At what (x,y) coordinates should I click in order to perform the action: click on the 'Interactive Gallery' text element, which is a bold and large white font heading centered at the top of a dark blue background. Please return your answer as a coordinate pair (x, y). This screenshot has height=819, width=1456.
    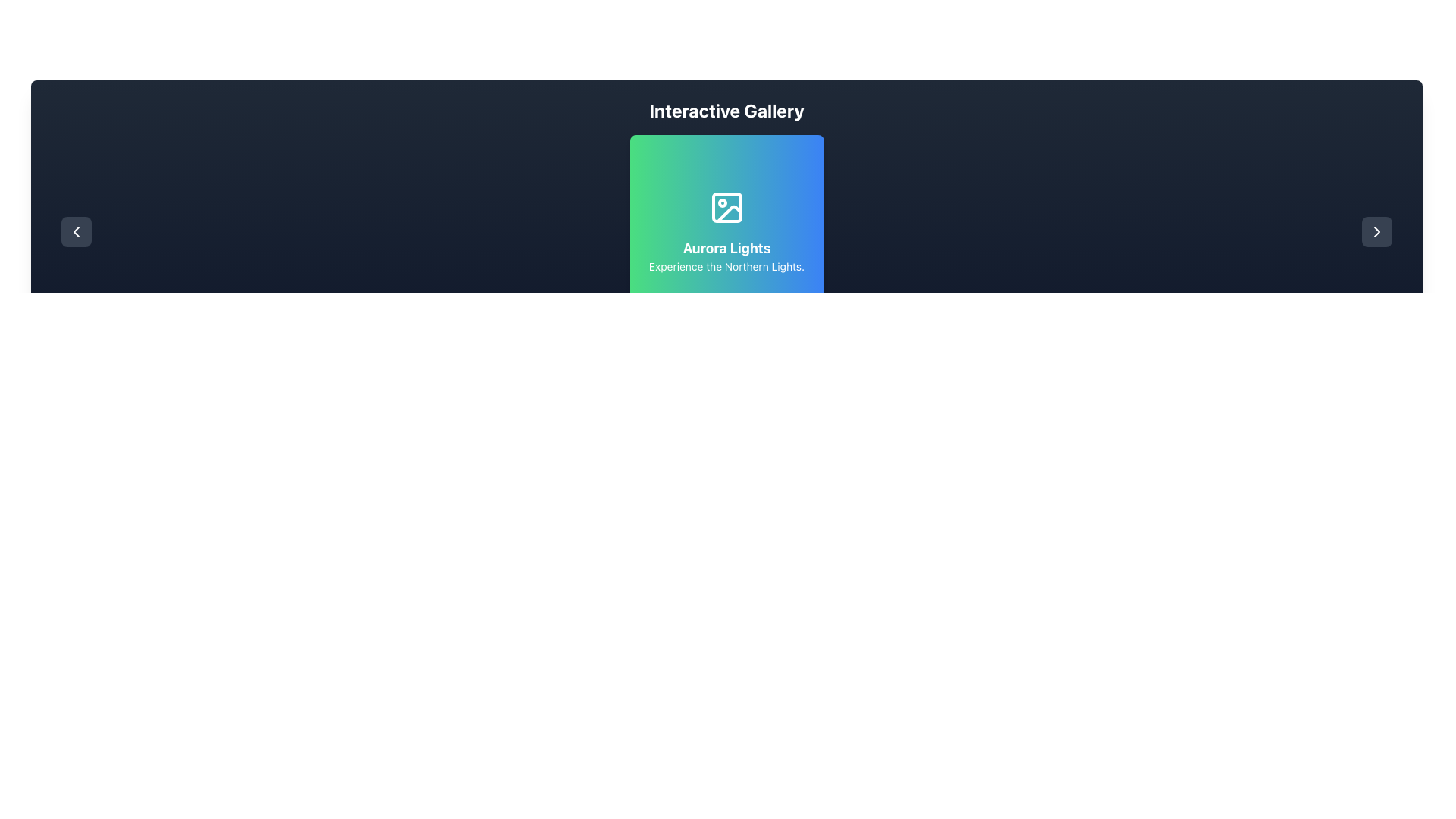
    Looking at the image, I should click on (726, 110).